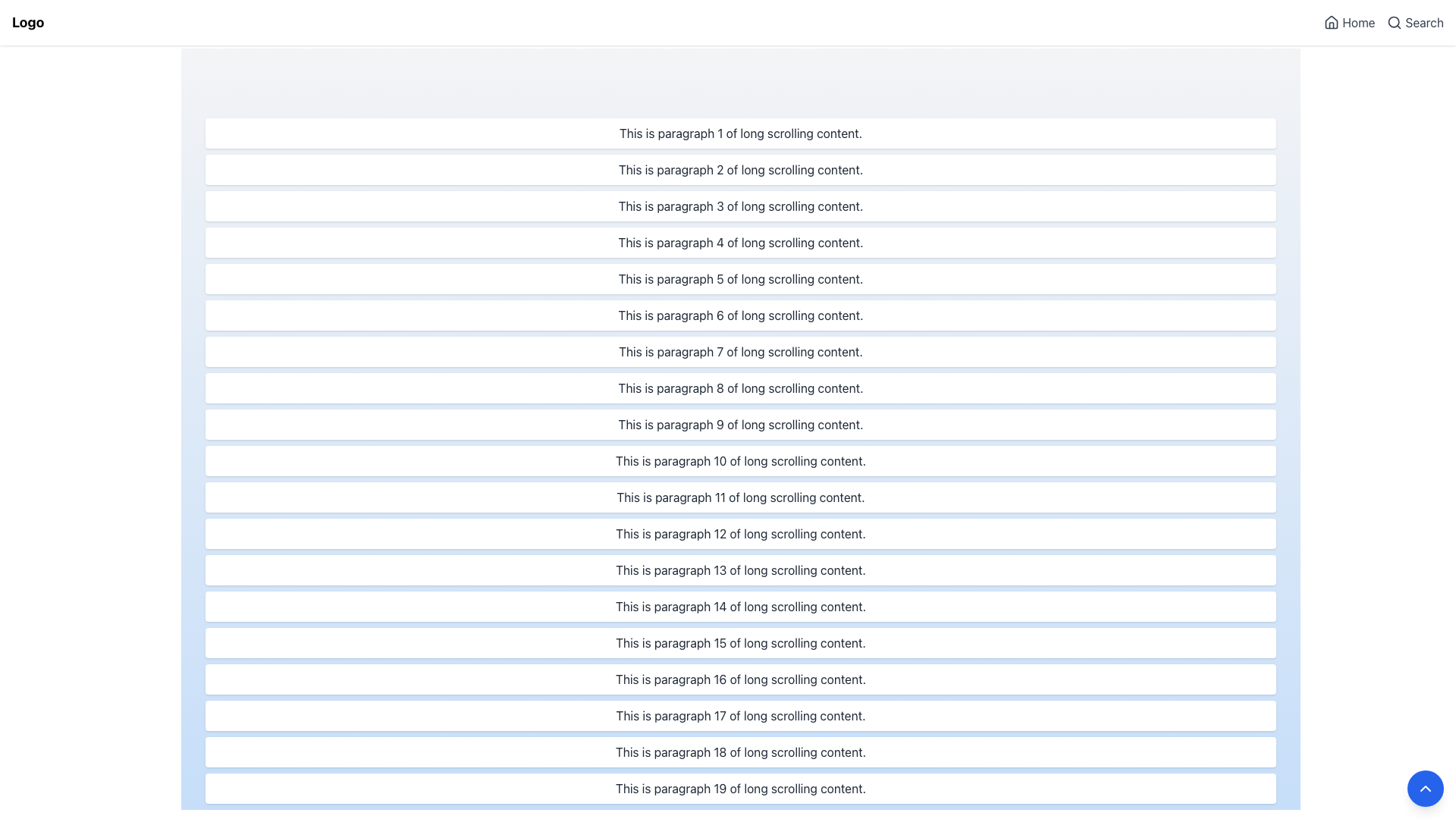 The width and height of the screenshot is (1456, 819). Describe the element at coordinates (741, 716) in the screenshot. I see `the text block that contains the centered text 'This is paragraph 17 of long scrolling content.'` at that location.